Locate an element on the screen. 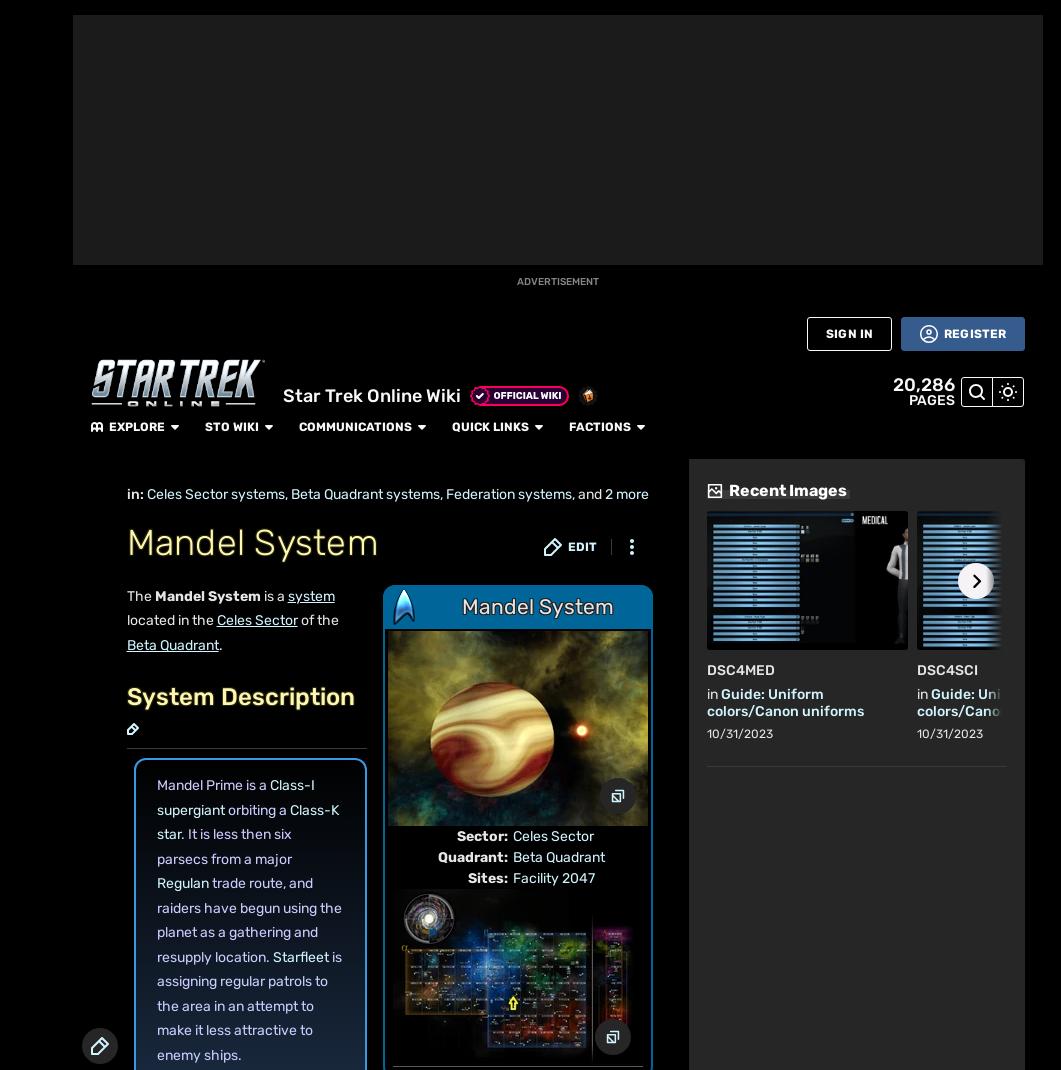  'Fantasy' is located at coordinates (164, 222).